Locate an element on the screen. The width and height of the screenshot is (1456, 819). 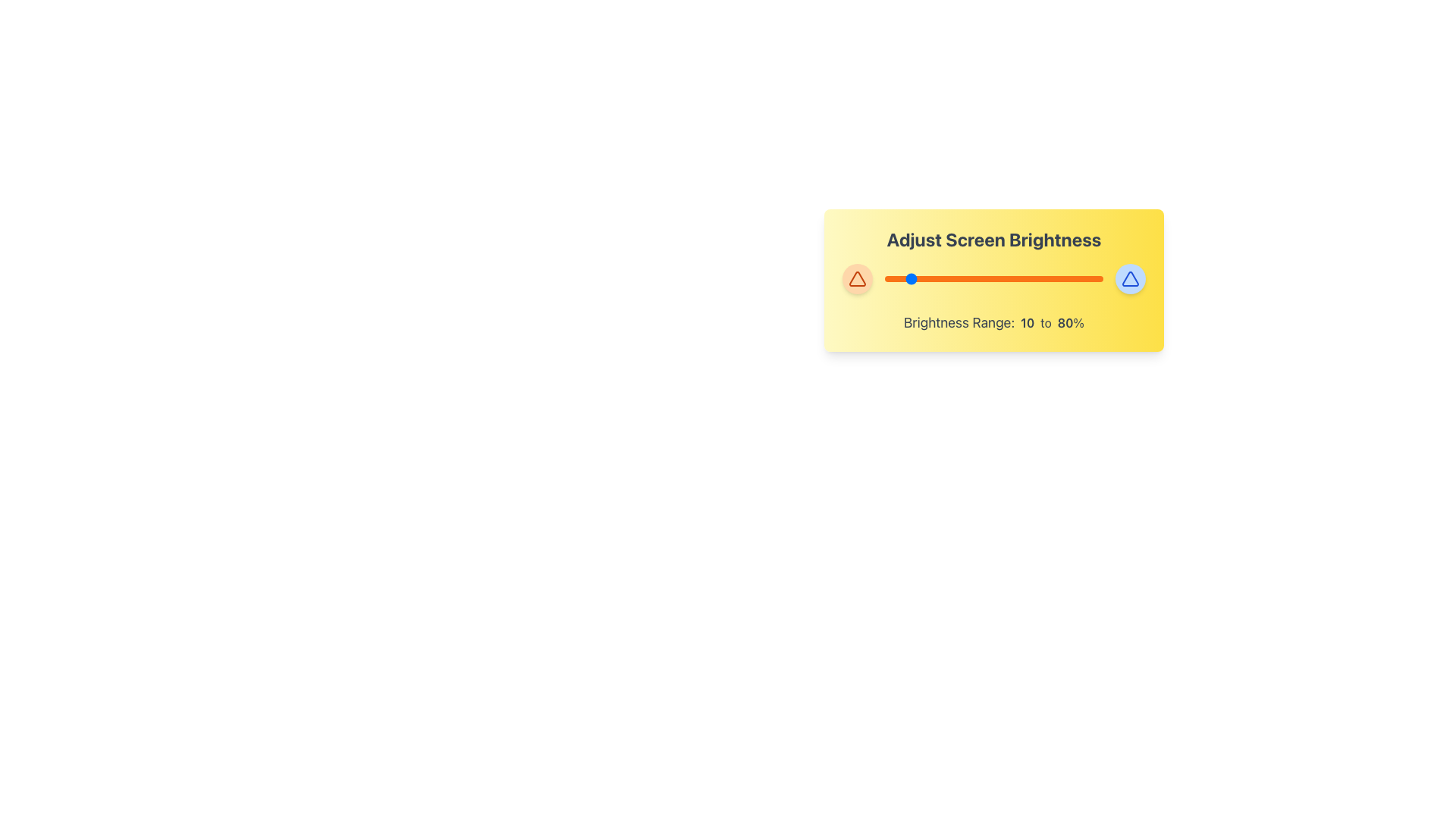
the brightness level is located at coordinates (997, 278).